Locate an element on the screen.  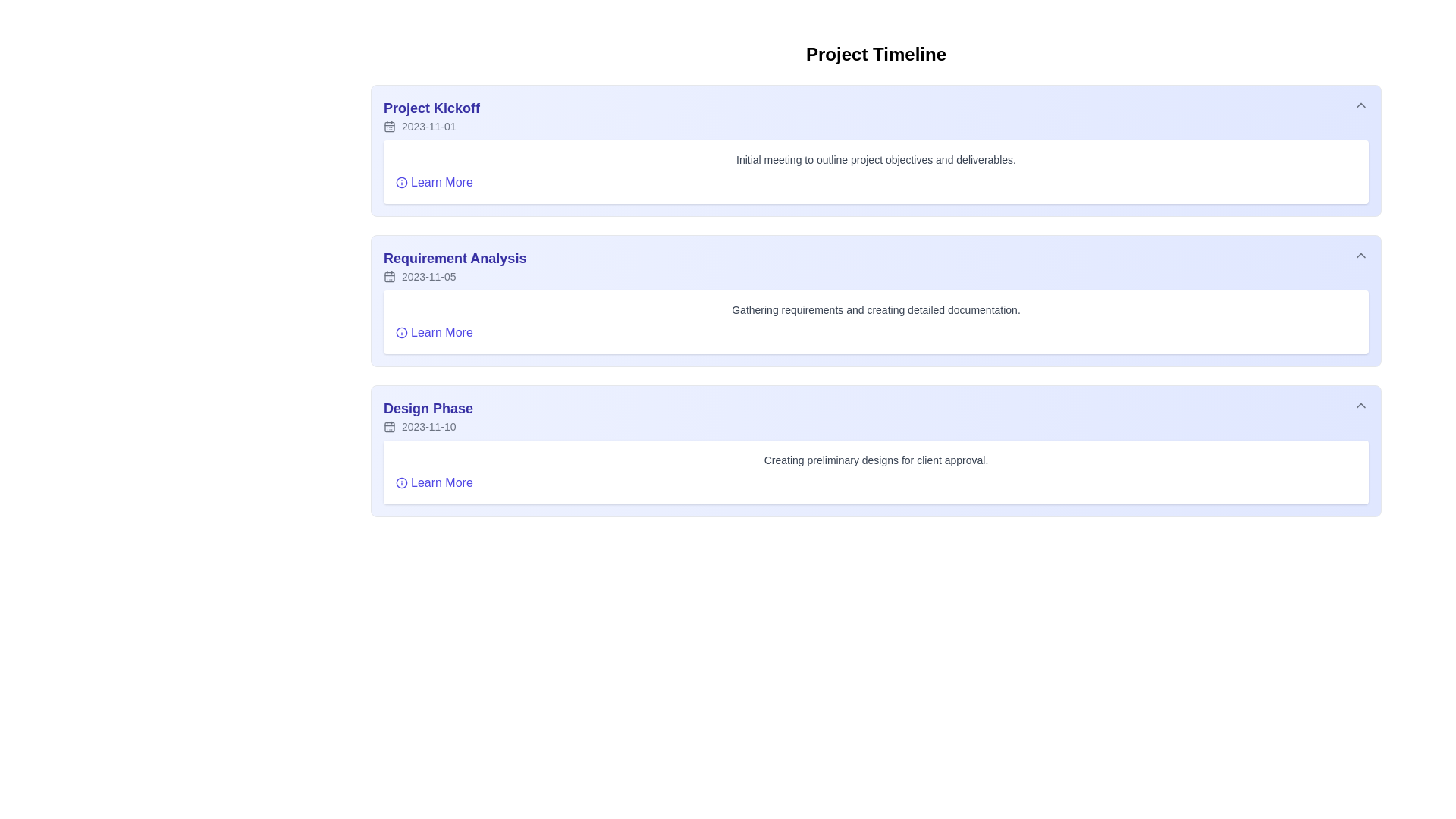
the Text Label that provides a description for the 'Requirement Analysis' section, located below the section heading and date, and above the 'Learn More' link is located at coordinates (876, 309).